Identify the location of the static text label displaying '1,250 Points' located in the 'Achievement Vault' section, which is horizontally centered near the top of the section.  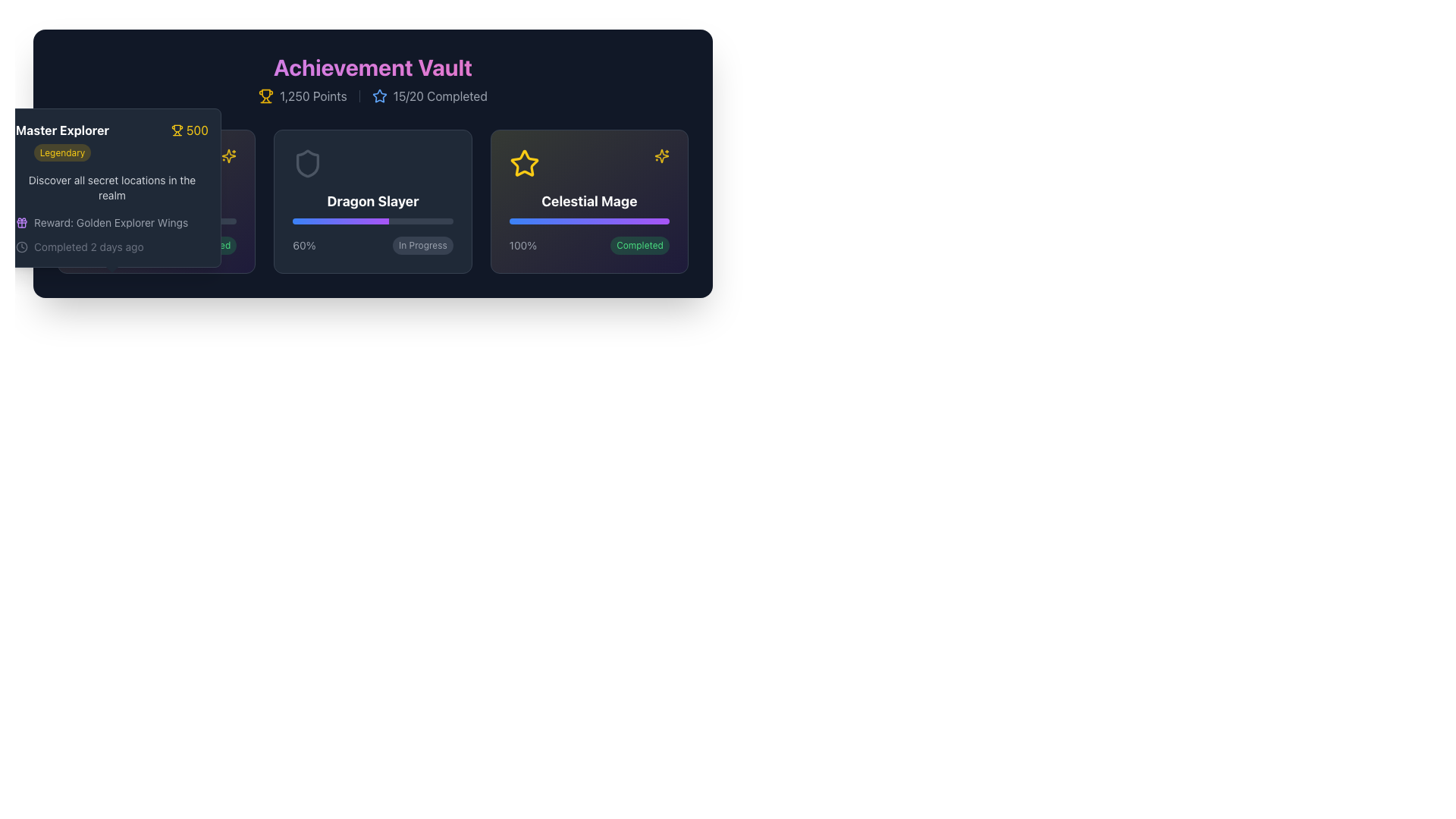
(312, 96).